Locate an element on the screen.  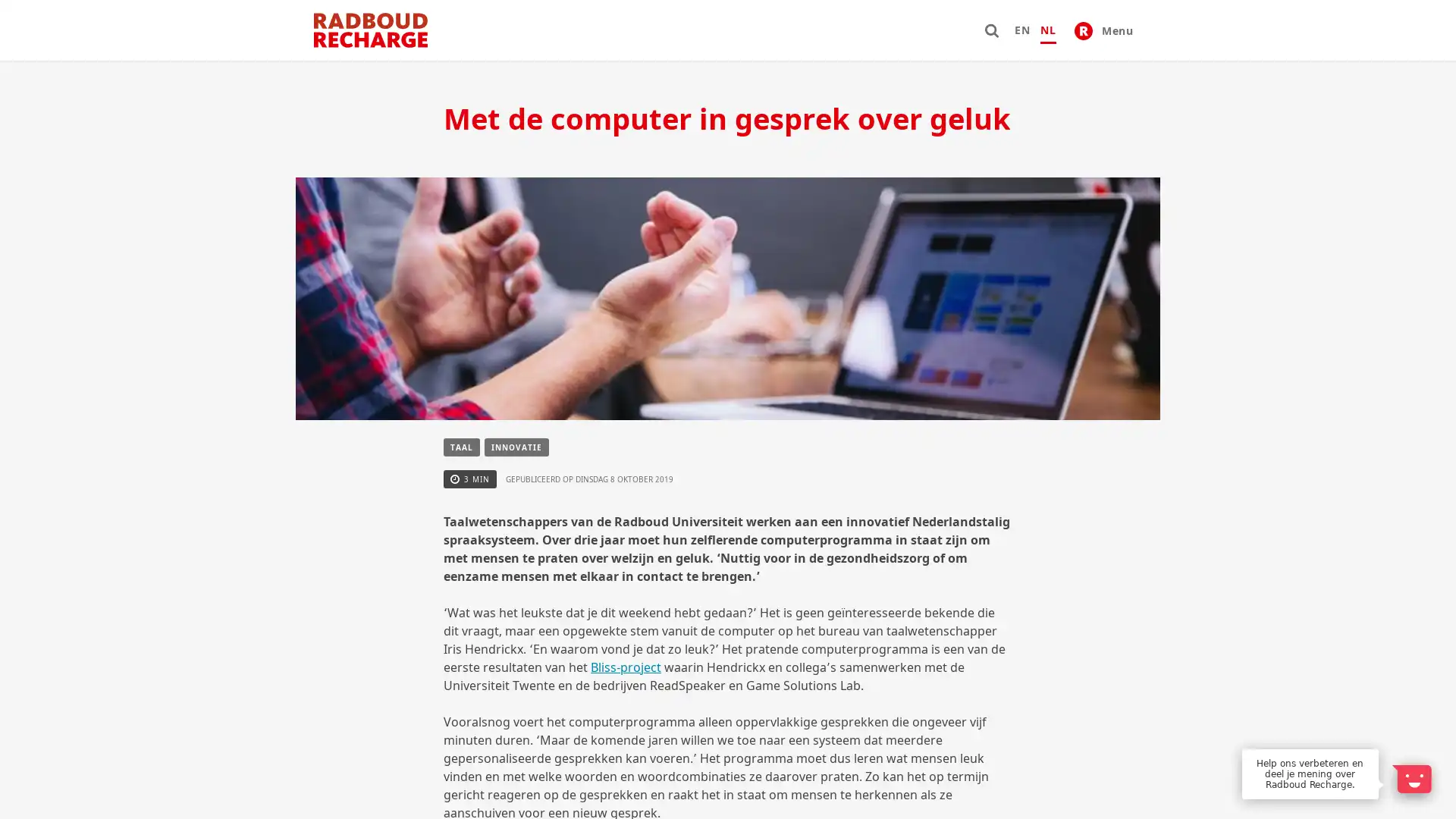
TONEN is located at coordinates (580, 719).